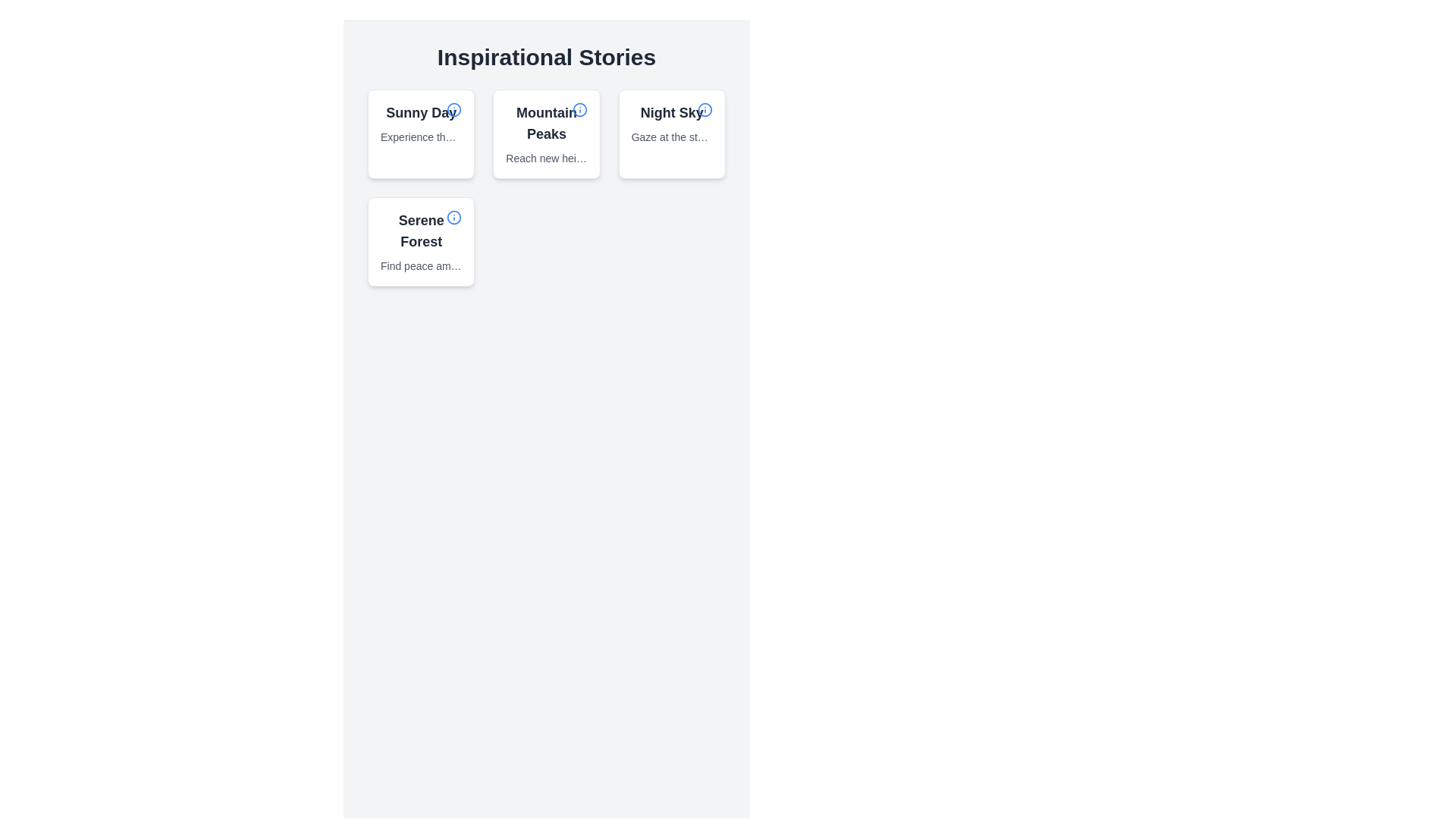 The height and width of the screenshot is (819, 1456). I want to click on descriptive text located directly below the bold header 'Sunny Day' in the upper-left card of the grid layout titled 'Inspirational Stories', so click(421, 137).